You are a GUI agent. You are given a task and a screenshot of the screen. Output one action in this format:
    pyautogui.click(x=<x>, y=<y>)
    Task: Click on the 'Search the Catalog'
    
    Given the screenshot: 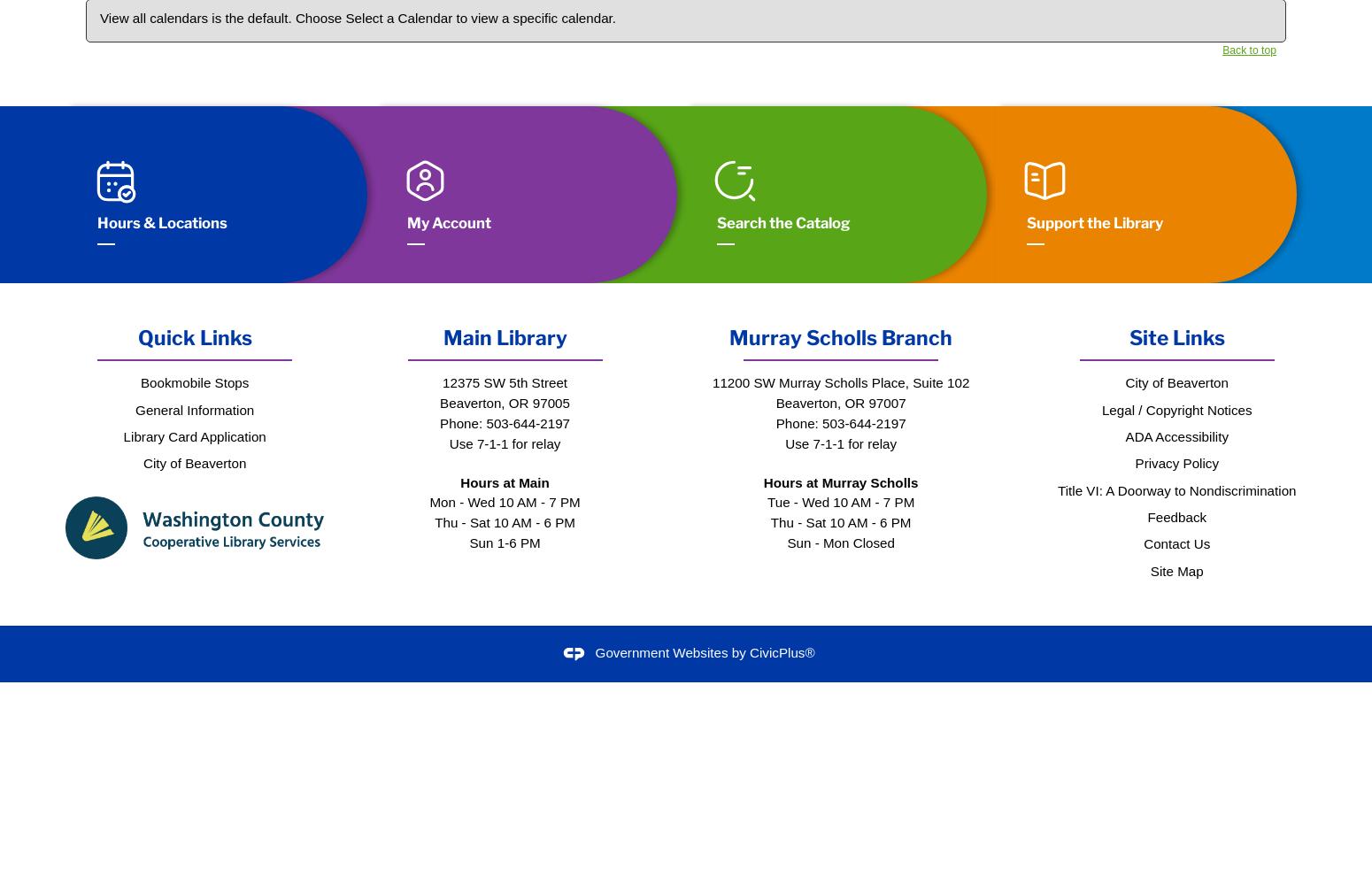 What is the action you would take?
    pyautogui.click(x=716, y=222)
    